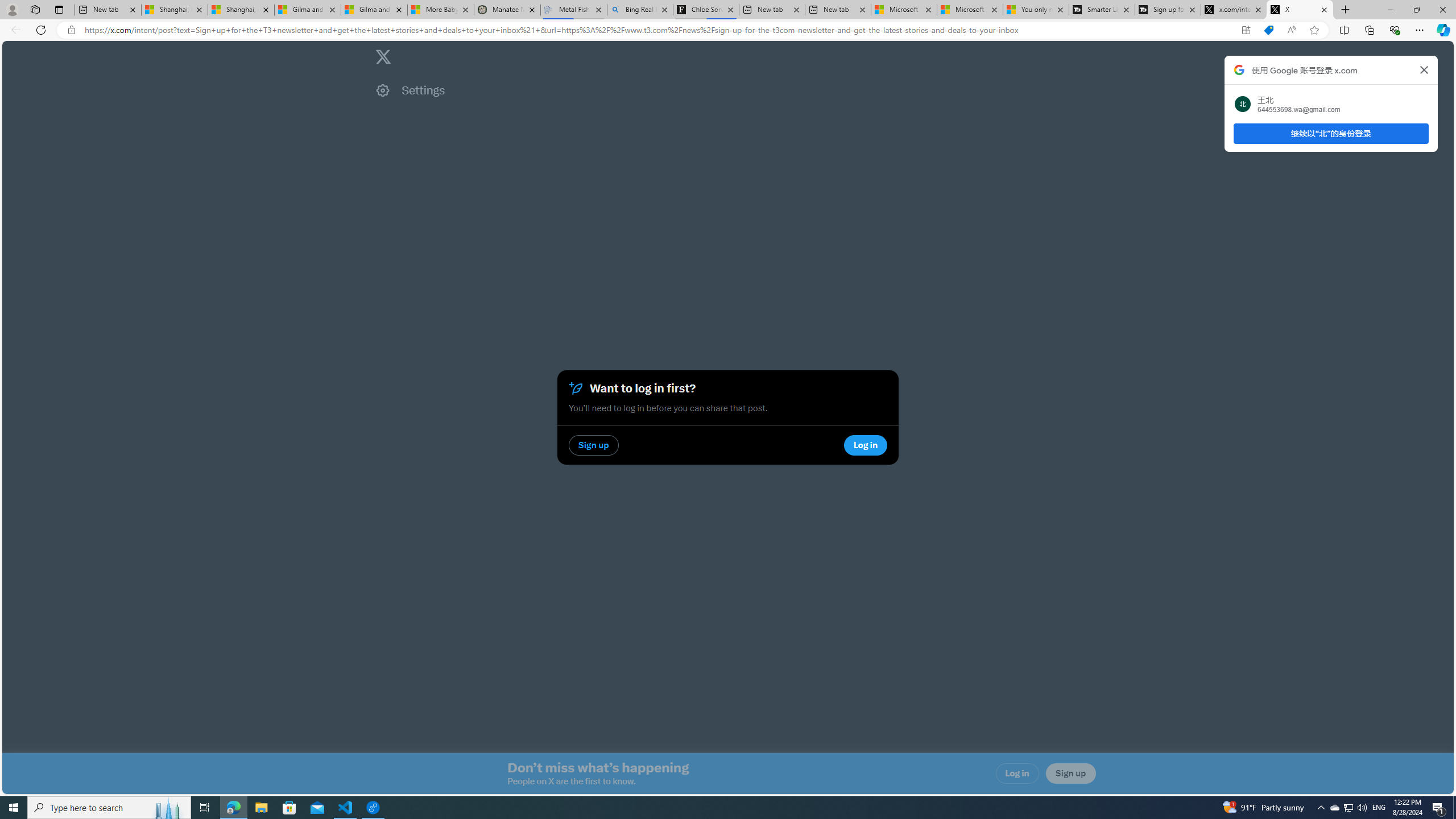  Describe the element at coordinates (1246, 30) in the screenshot. I see `'App available. Install X'` at that location.